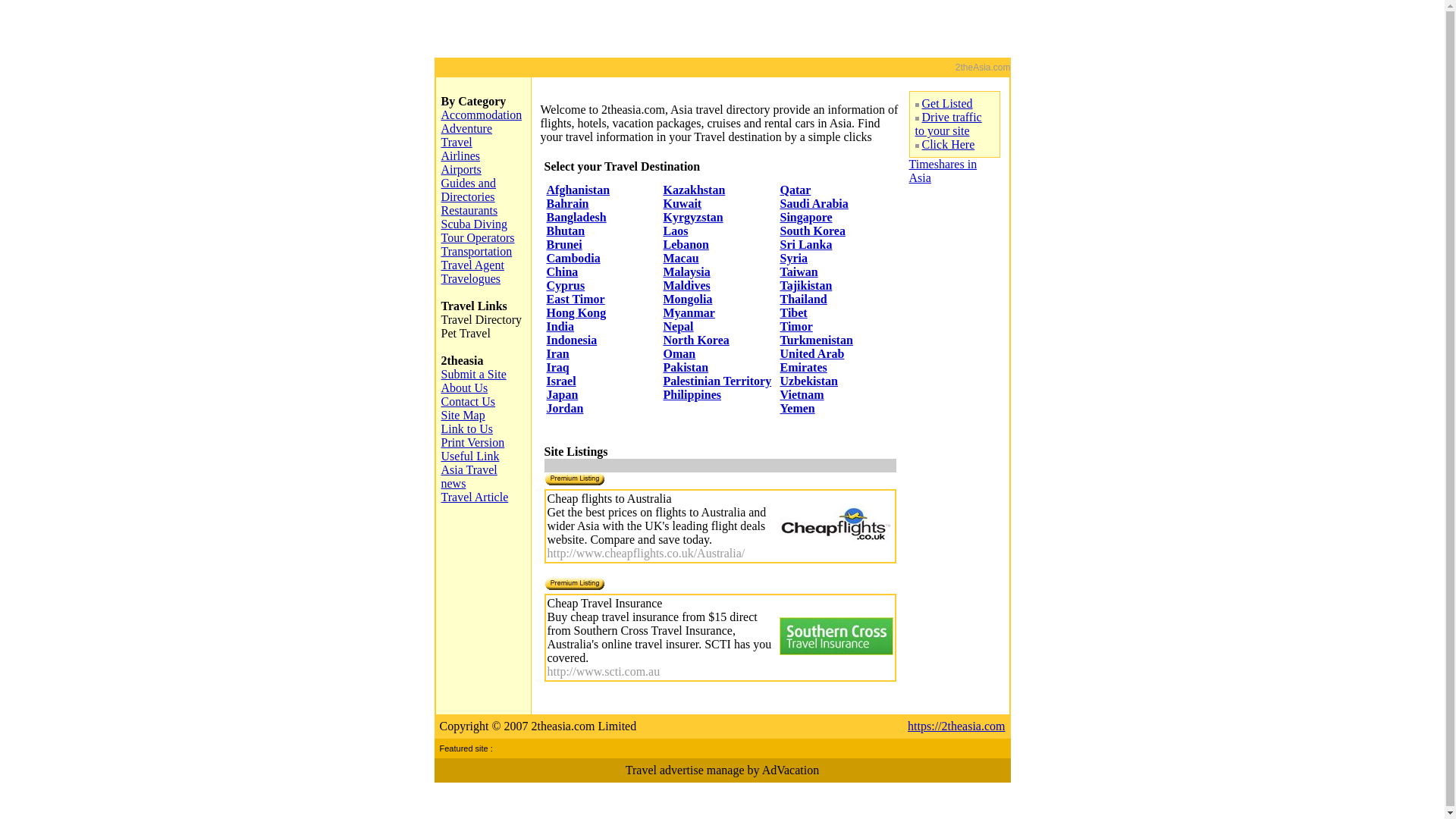 This screenshot has width=1456, height=819. I want to click on 'Indonesia', so click(546, 339).